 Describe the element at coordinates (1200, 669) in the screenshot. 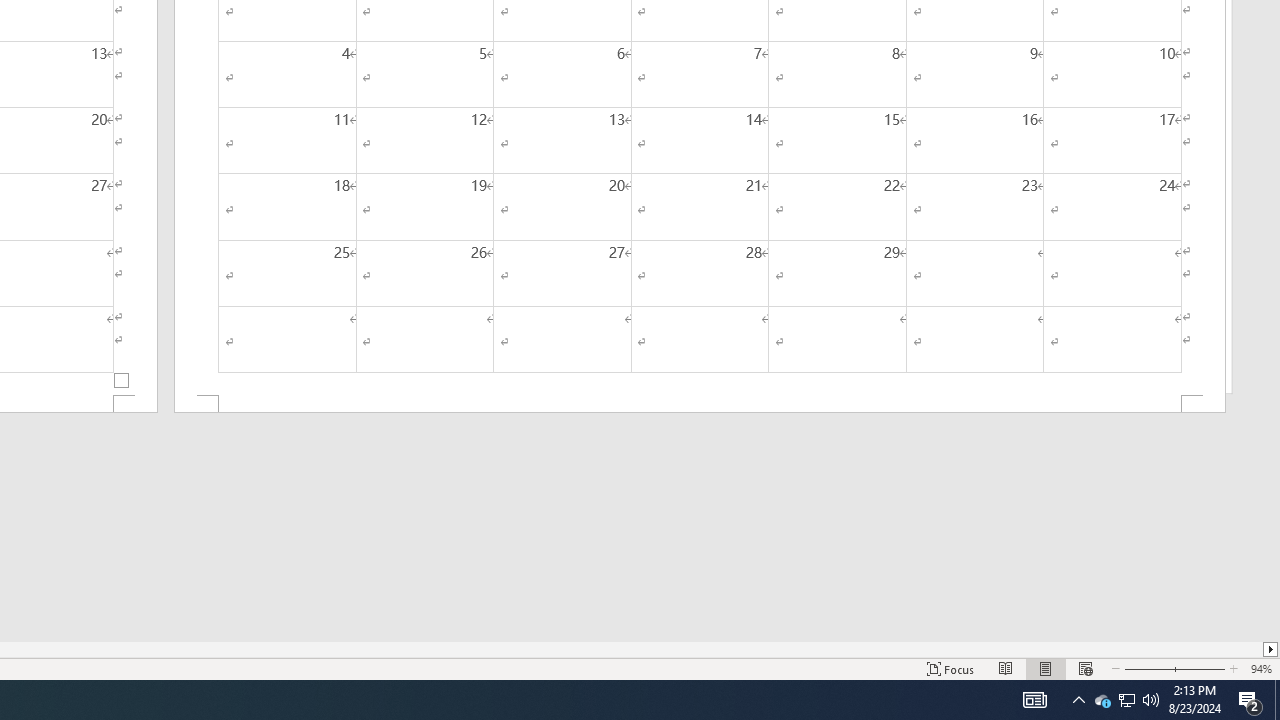

I see `'Zoom In'` at that location.